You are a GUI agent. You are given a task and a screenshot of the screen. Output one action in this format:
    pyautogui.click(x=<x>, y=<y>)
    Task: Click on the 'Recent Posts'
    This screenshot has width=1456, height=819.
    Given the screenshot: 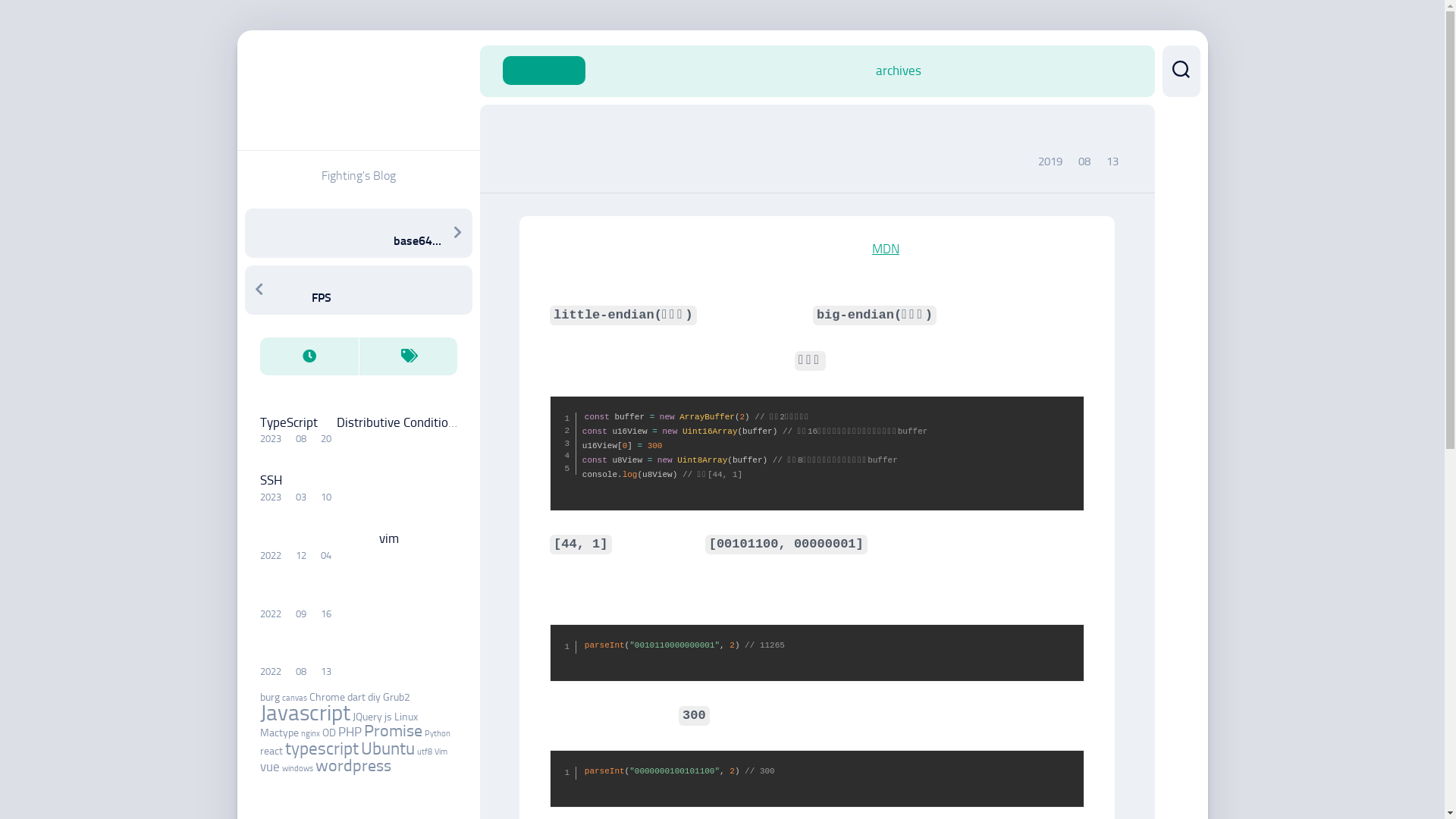 What is the action you would take?
    pyautogui.click(x=259, y=356)
    